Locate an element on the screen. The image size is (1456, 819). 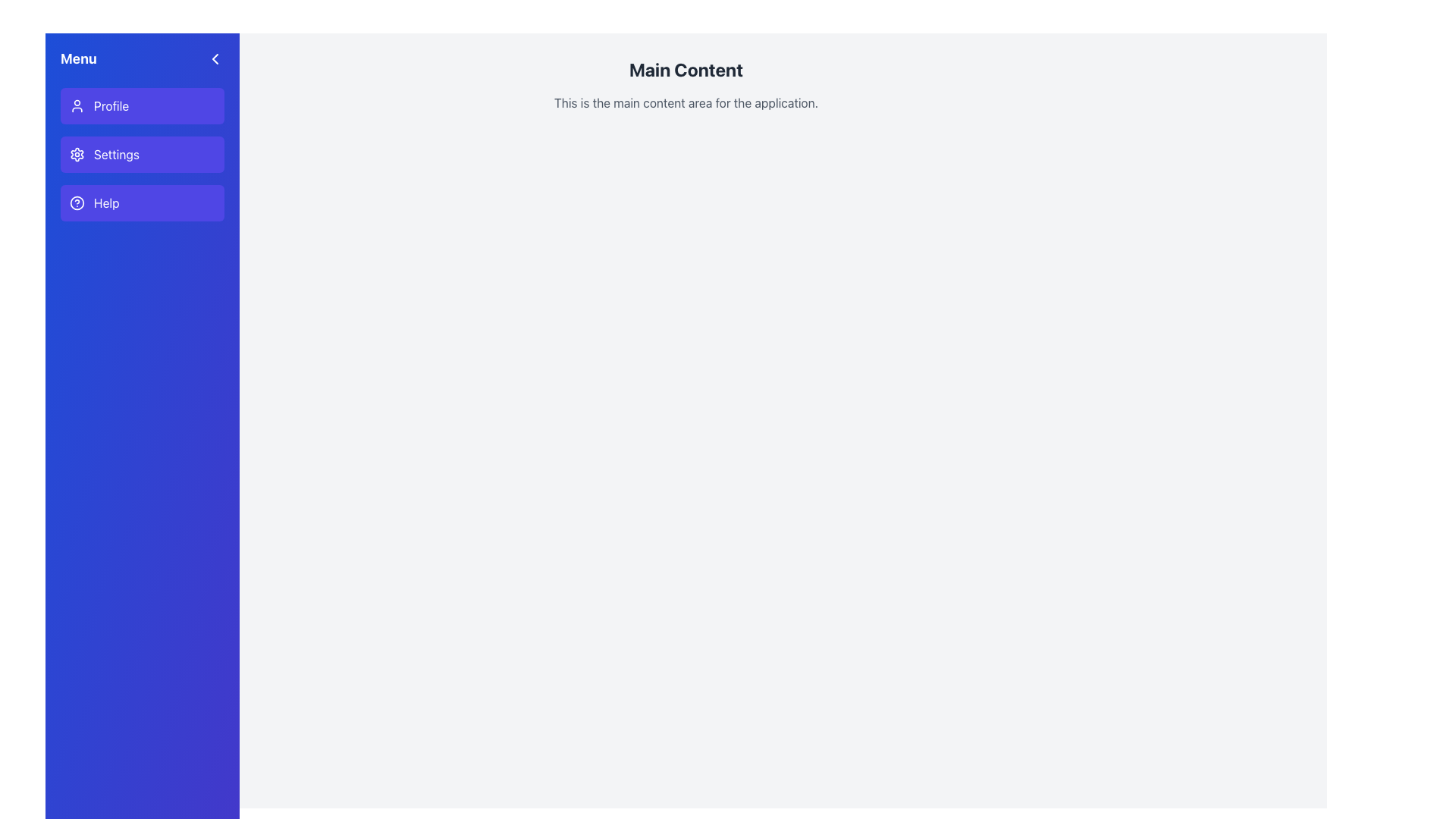
the 'Menu' text label, which is bold and large, located at the top of the sidebar with a white font on a blue background is located at coordinates (77, 58).